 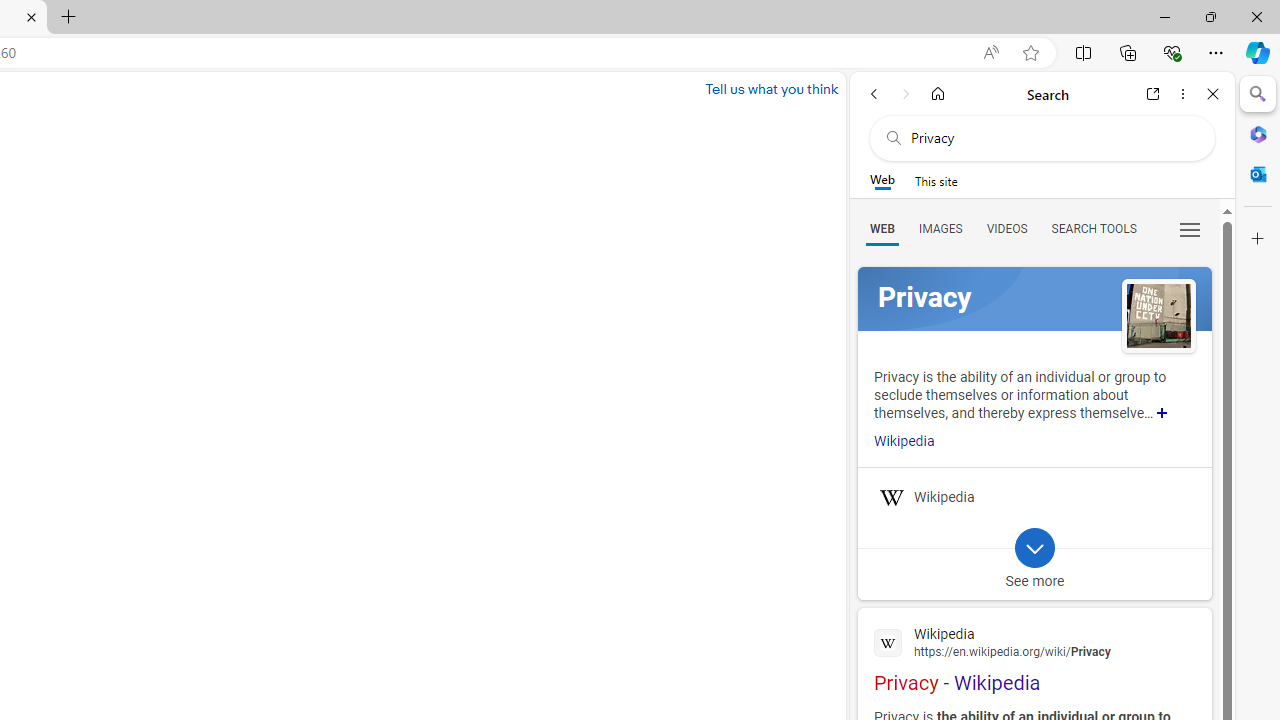 I want to click on 'WEB  ', so click(x=881, y=227).